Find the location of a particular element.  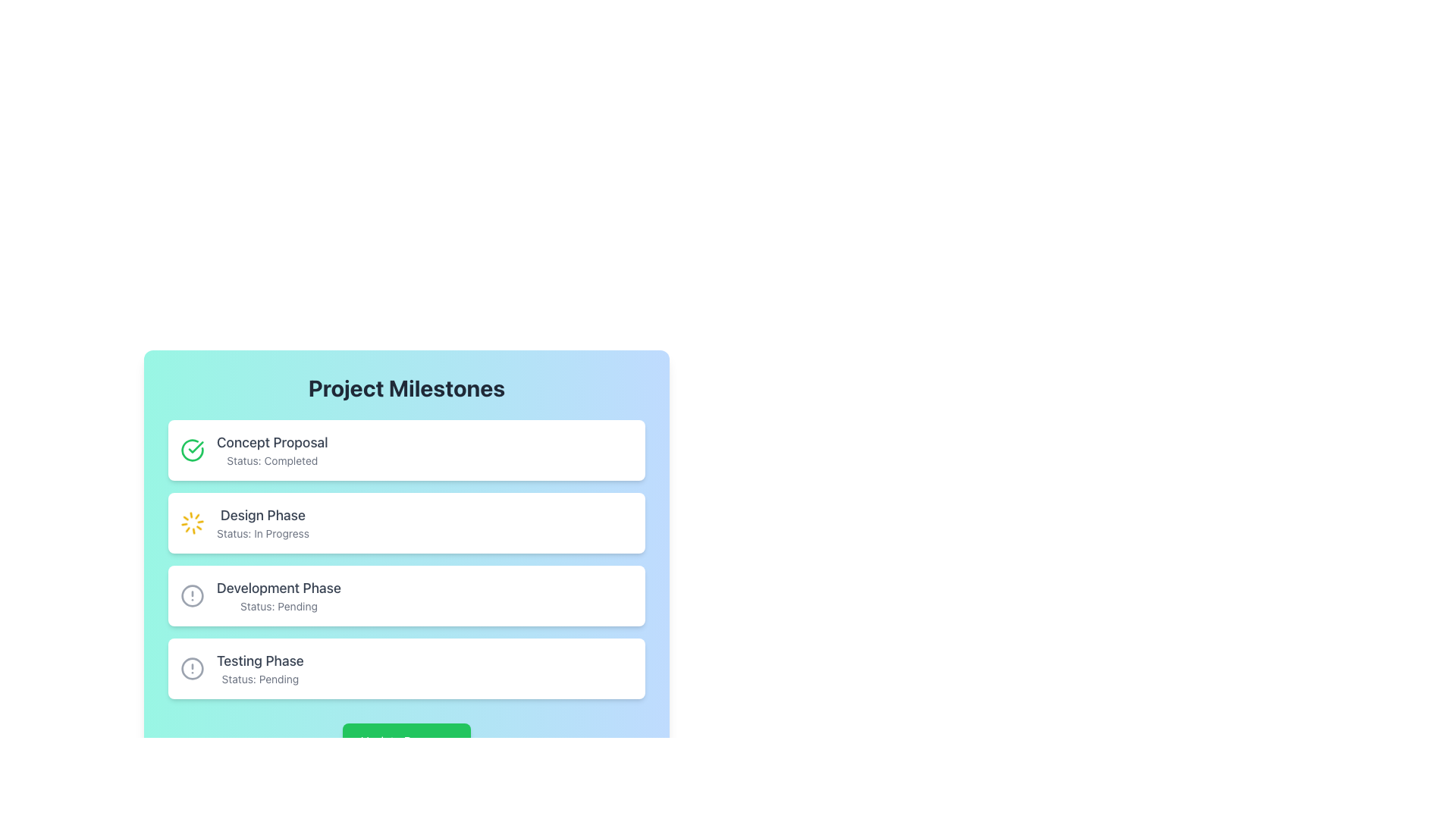

text label that serves as the title for the 'Development Phase' milestone, located above the 'Status: Pending' text and to the right of the circular icon with an exclamation mark is located at coordinates (279, 587).